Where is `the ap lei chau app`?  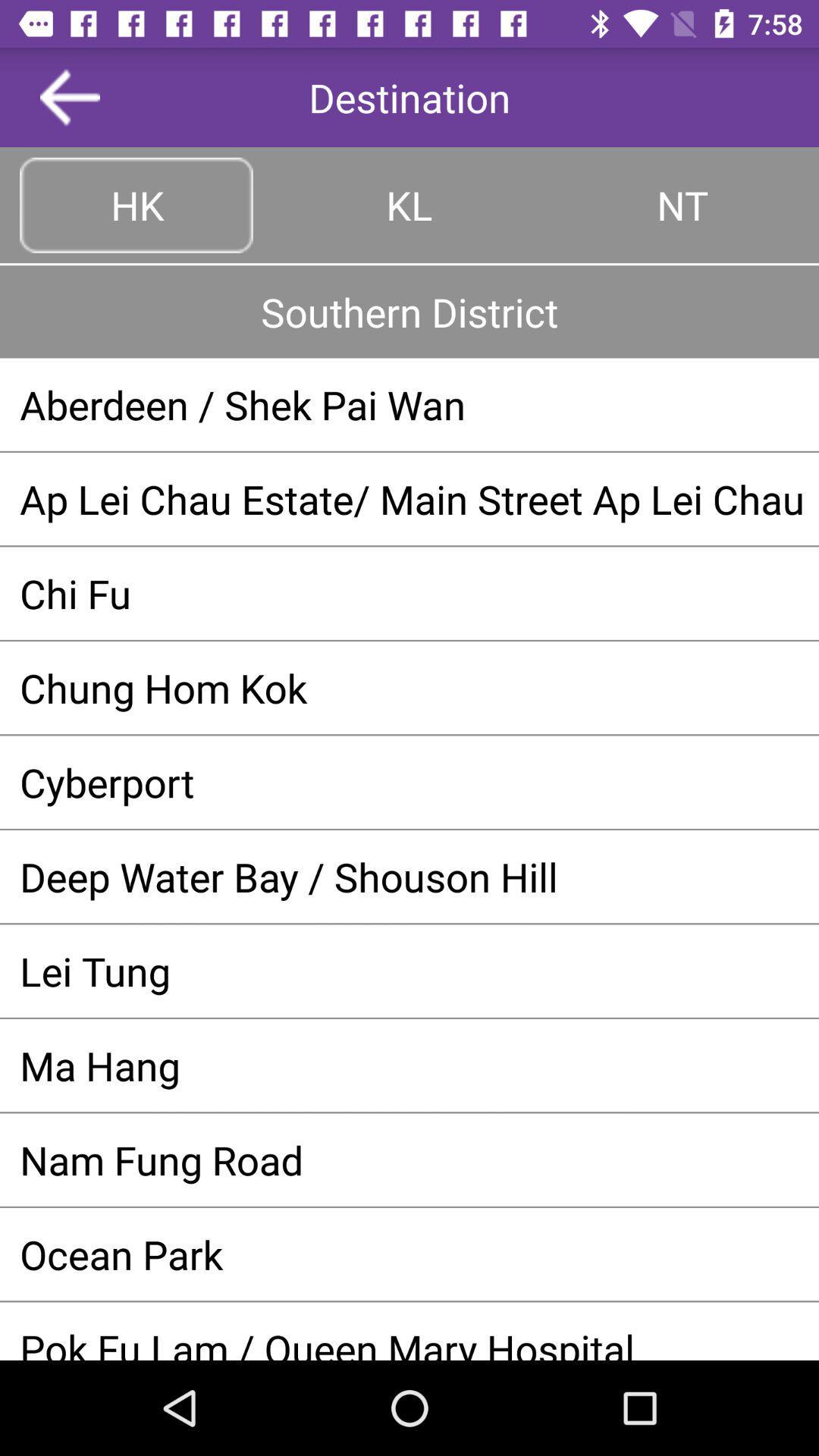
the ap lei chau app is located at coordinates (409, 499).